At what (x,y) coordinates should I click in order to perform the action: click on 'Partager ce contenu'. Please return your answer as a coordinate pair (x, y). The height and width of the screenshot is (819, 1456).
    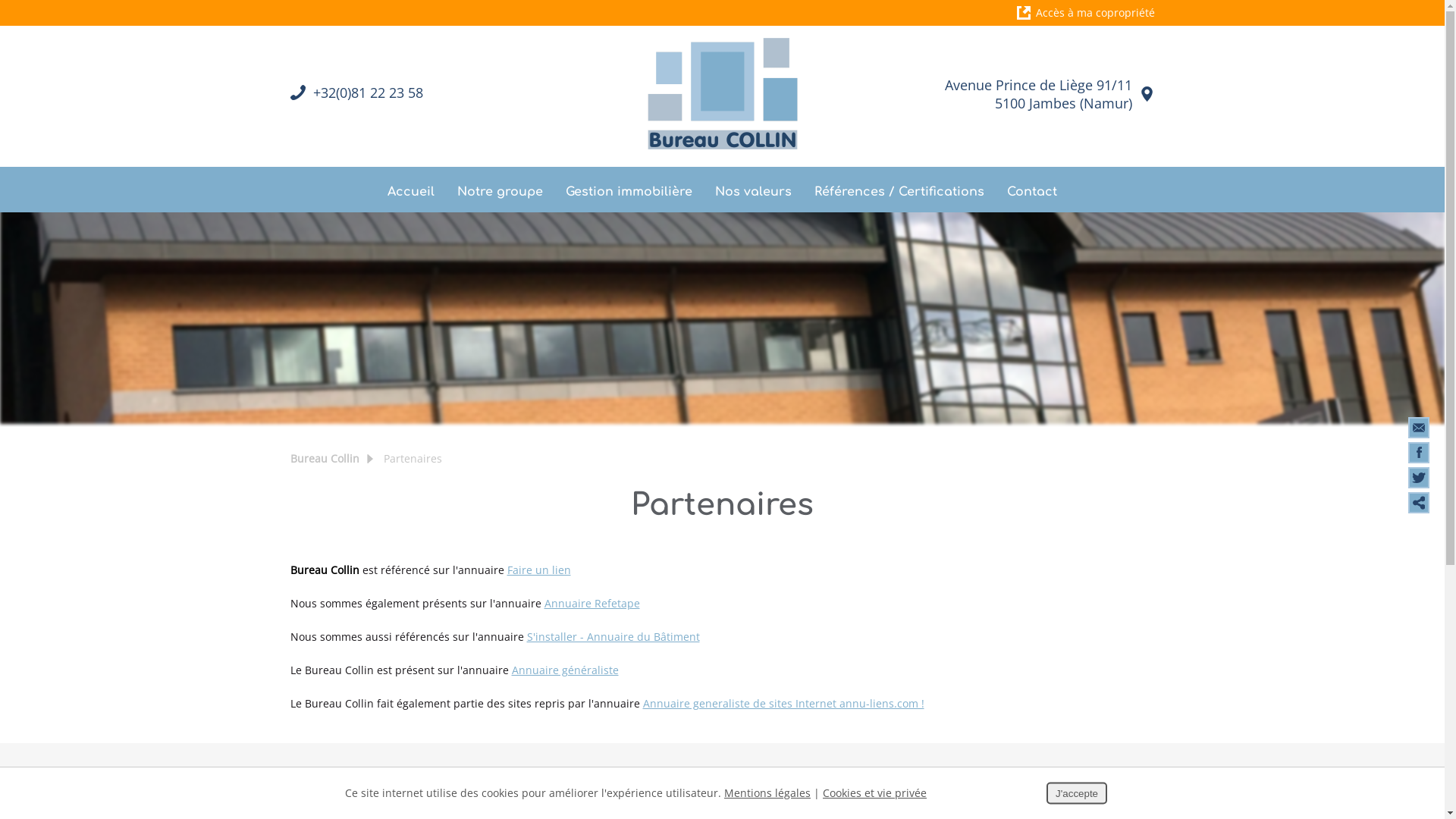
    Looking at the image, I should click on (1418, 503).